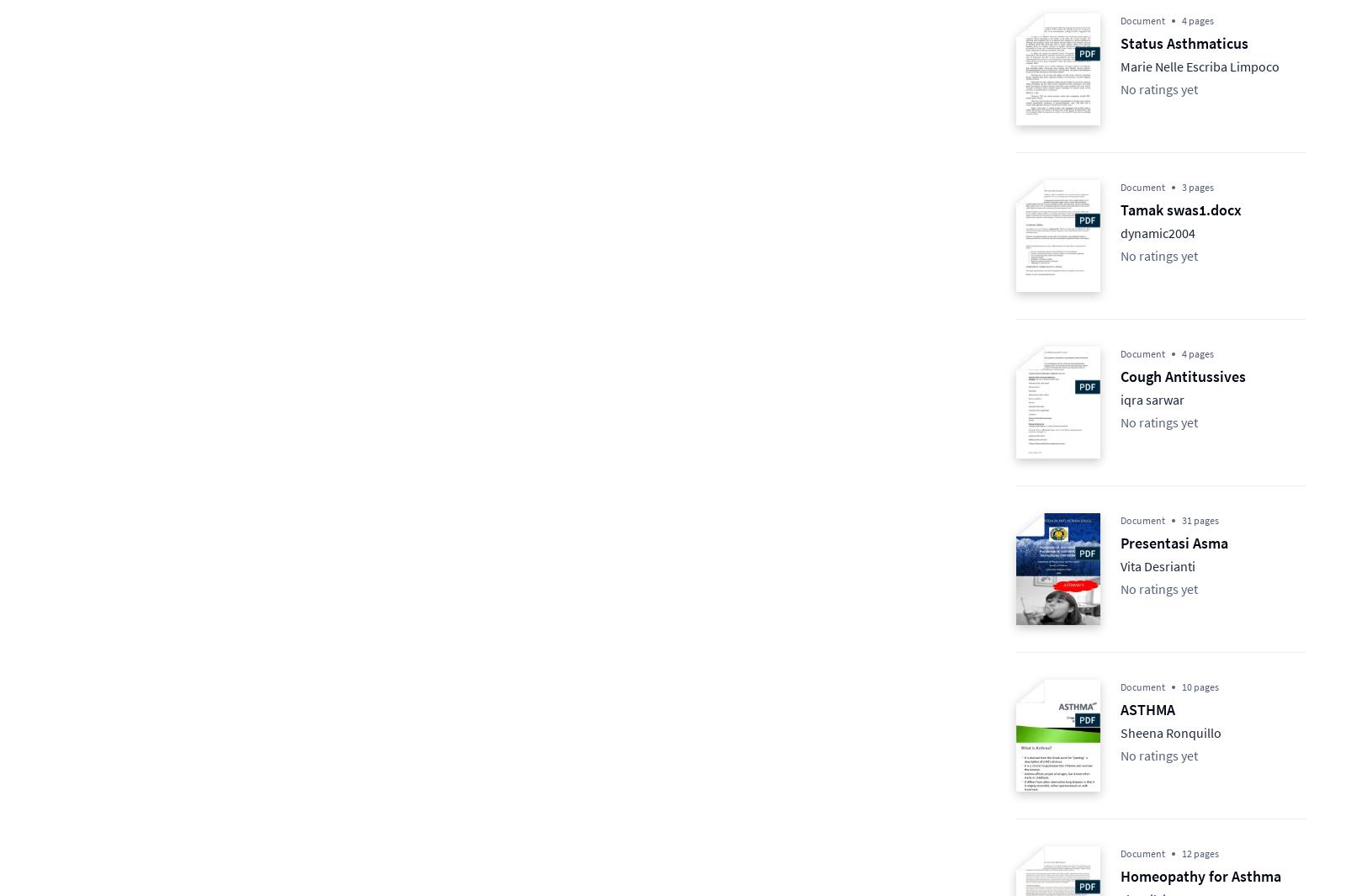 This screenshot has height=896, width=1346. What do you see at coordinates (1198, 186) in the screenshot?
I see `'3 pages'` at bounding box center [1198, 186].